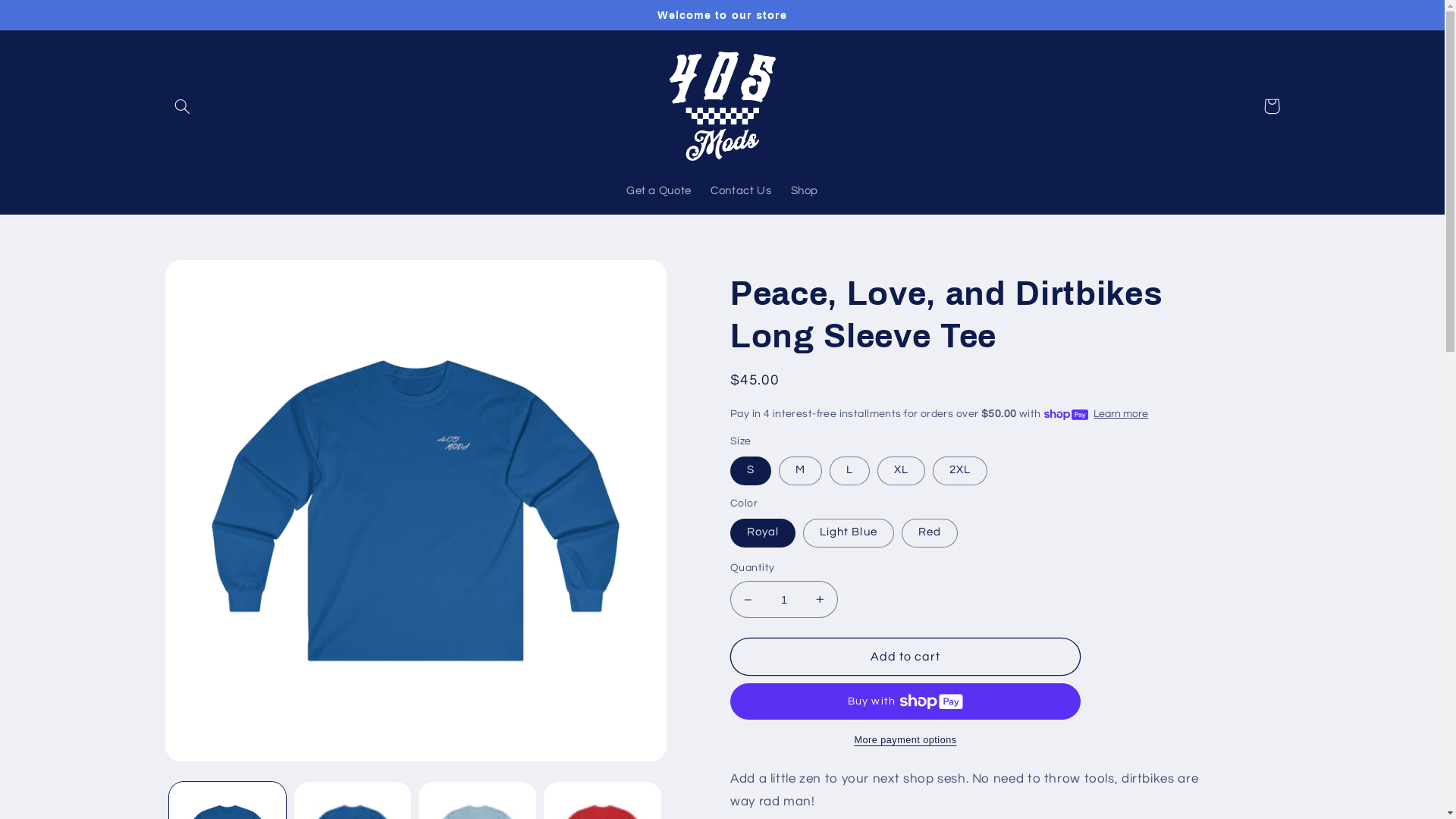 This screenshot has height=819, width=1456. I want to click on 'Get a Quote', so click(658, 191).